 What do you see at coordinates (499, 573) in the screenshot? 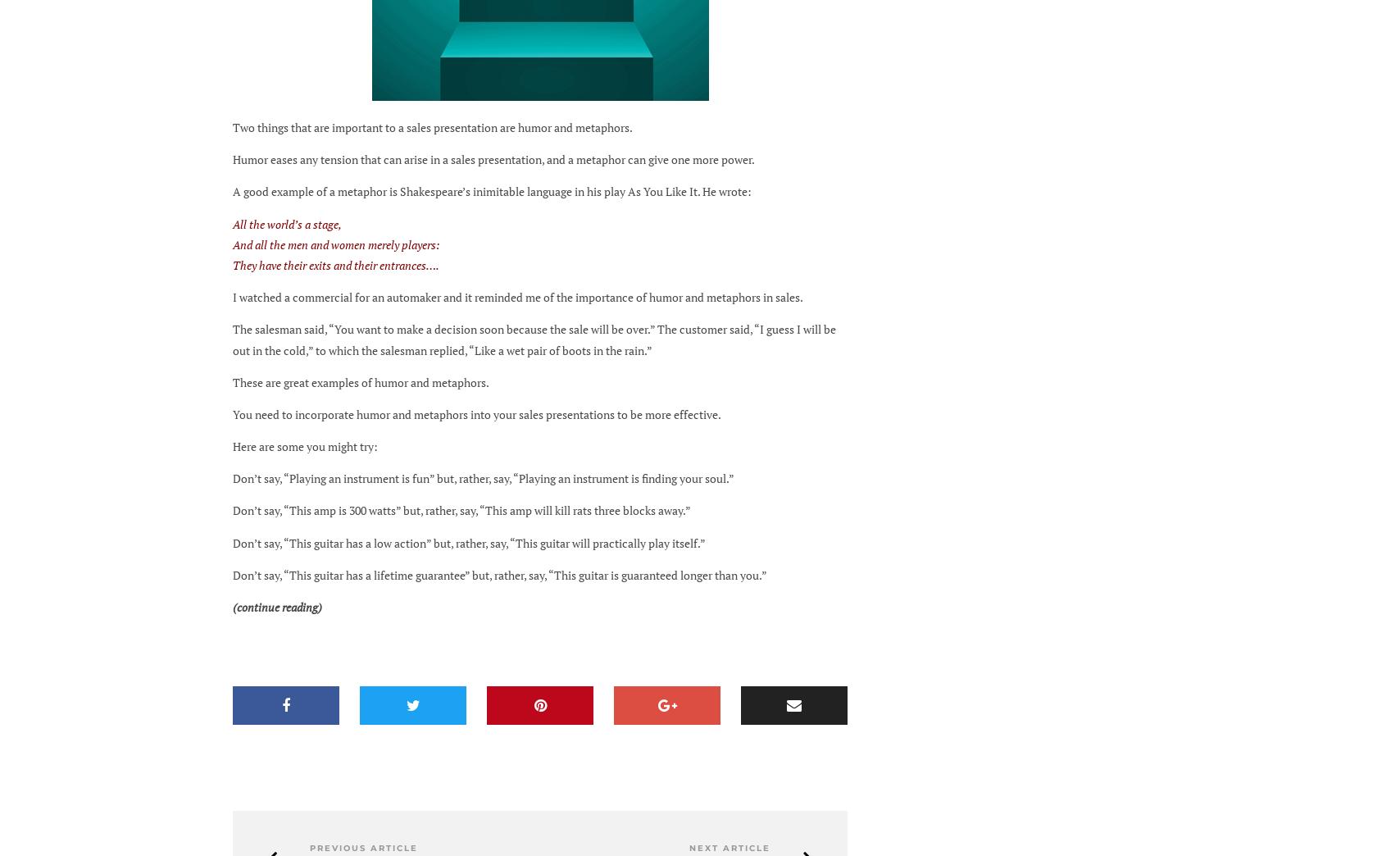
I see `'Don’t say, “This guitar has a lifetime guarantee” but, rather, say, “This guitar is guaranteed longer than you.”'` at bounding box center [499, 573].